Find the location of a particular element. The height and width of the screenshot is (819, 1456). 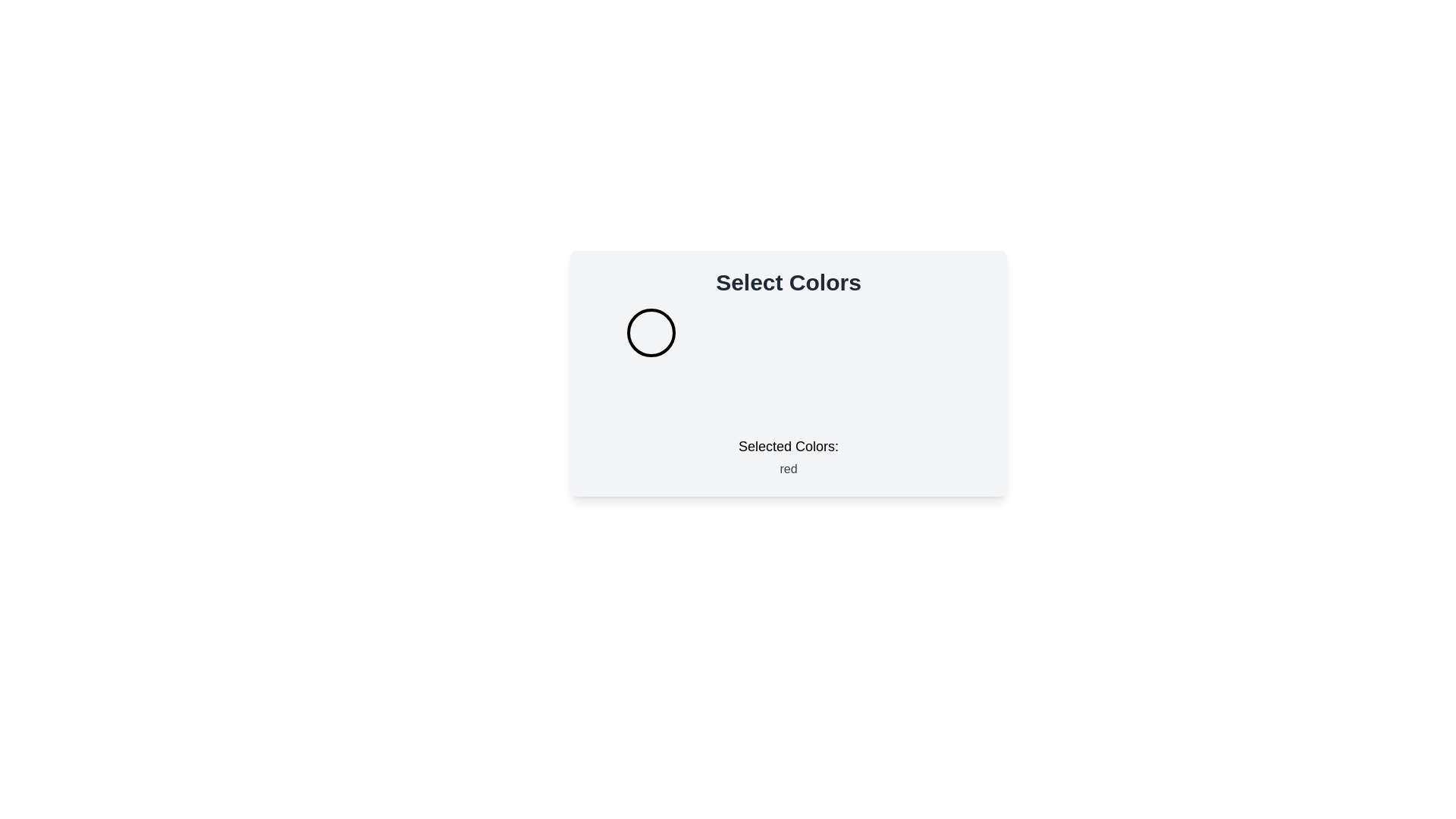

the rightmost circular button in the color selection interface is located at coordinates (924, 393).